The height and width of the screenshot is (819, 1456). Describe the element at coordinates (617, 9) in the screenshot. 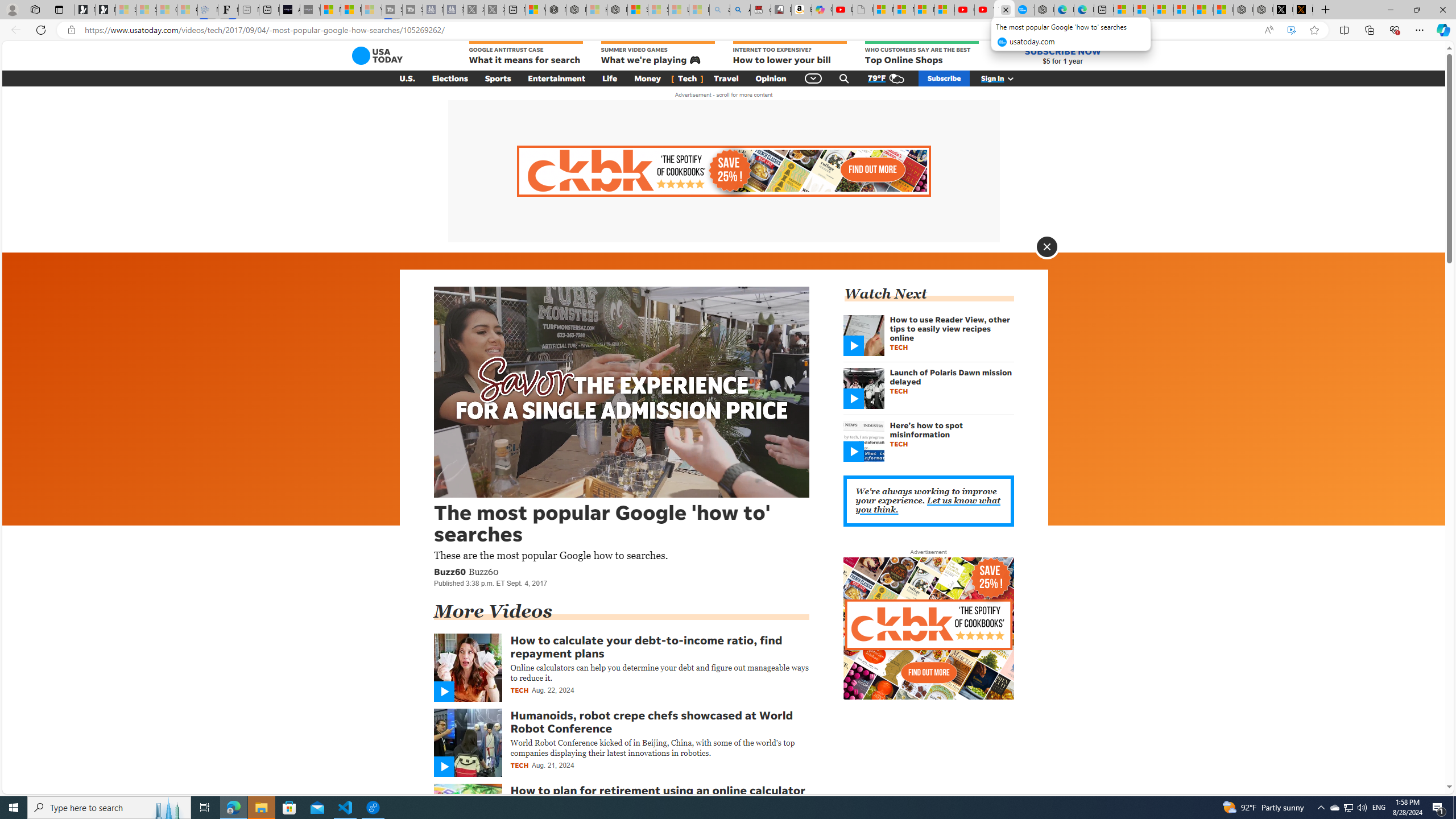

I see `'Nordace - Nordace Siena Is Not An Ordinary Backpack'` at that location.